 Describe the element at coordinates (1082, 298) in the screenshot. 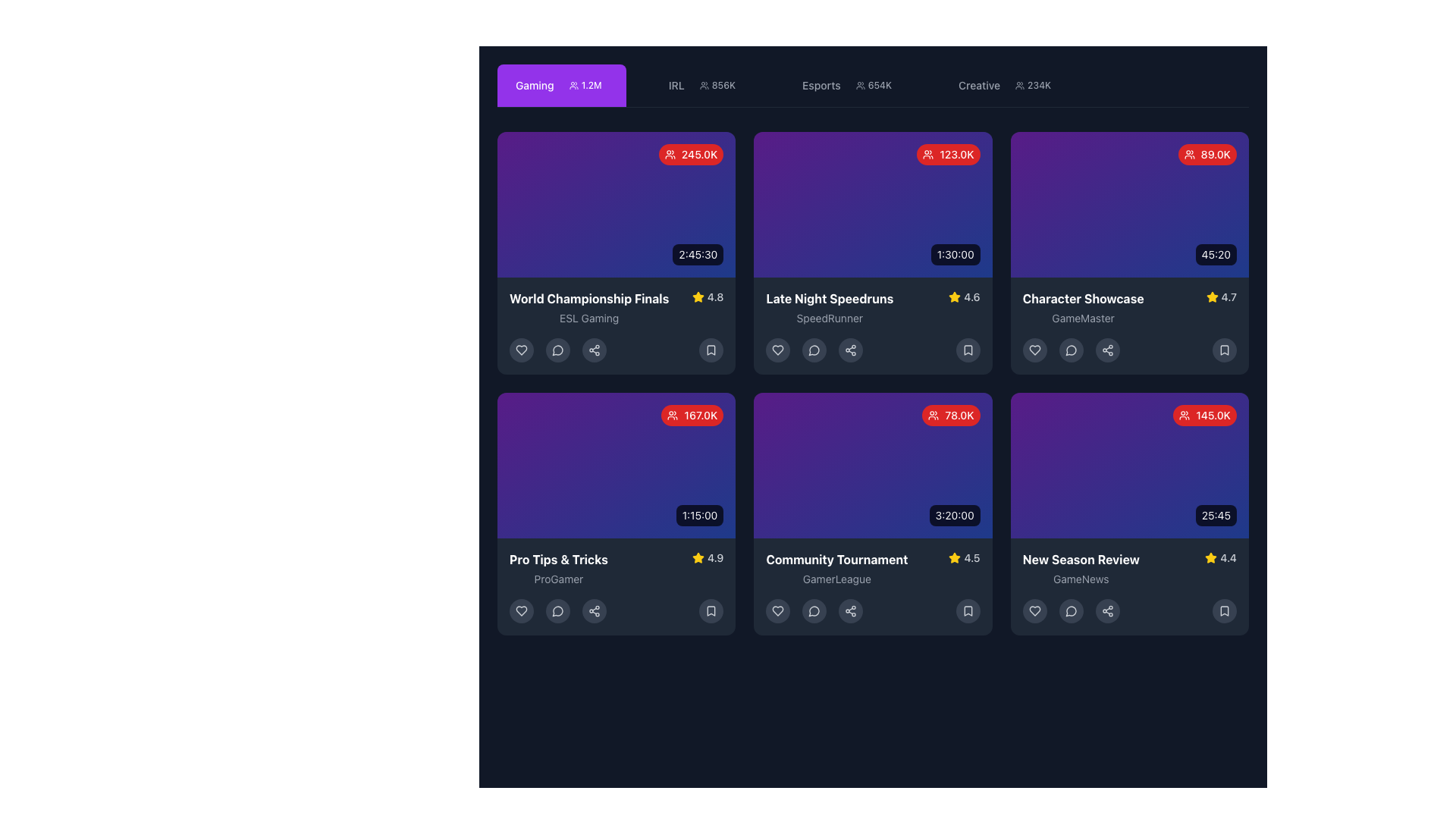

I see `the static text label displaying 'Character Showcase' in bold, white font, which is positioned above the subtitle 'GameMaster' in a 3x2 grid layout` at that location.